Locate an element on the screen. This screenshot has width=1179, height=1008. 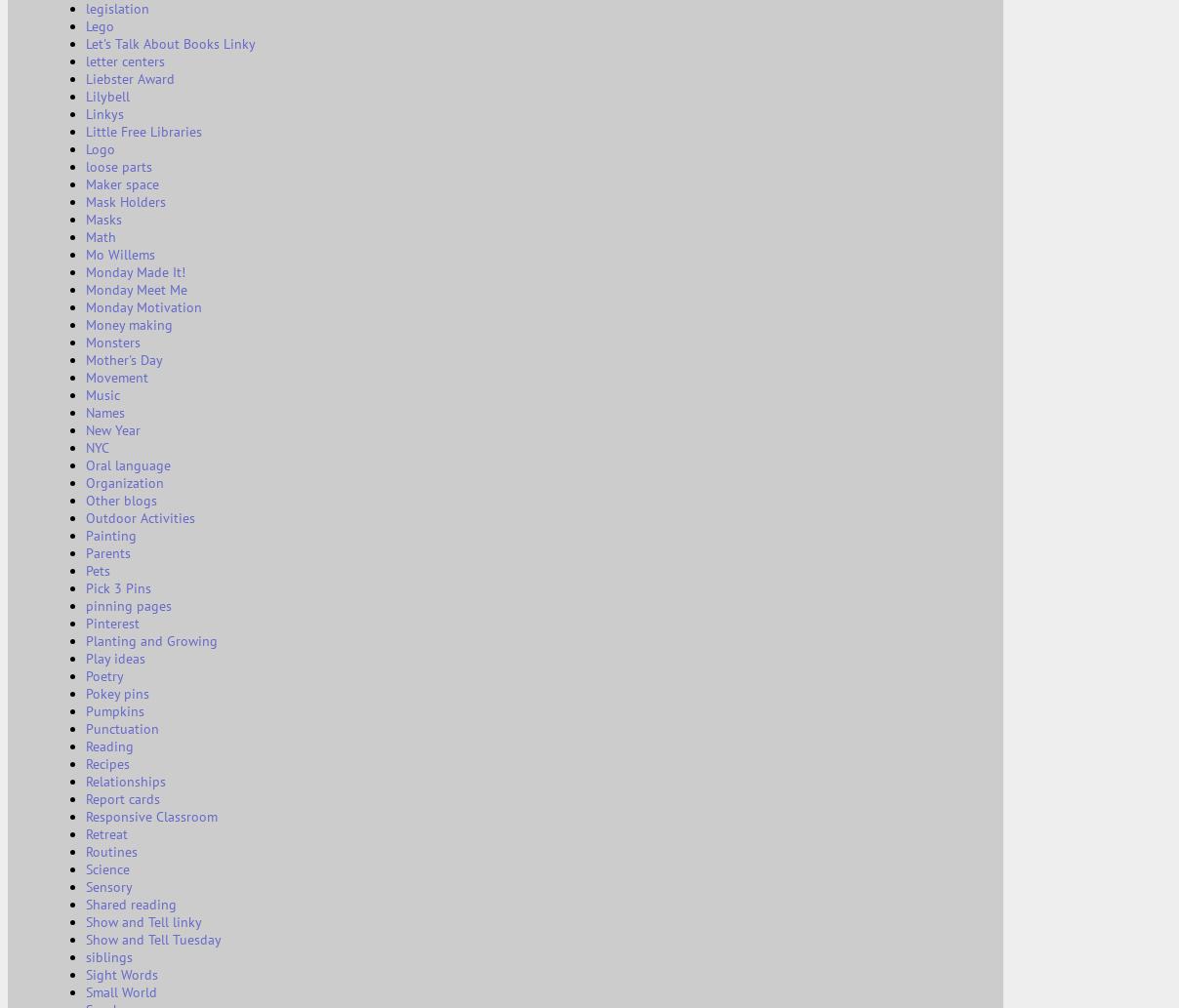
'Responsive Classroom' is located at coordinates (151, 817).